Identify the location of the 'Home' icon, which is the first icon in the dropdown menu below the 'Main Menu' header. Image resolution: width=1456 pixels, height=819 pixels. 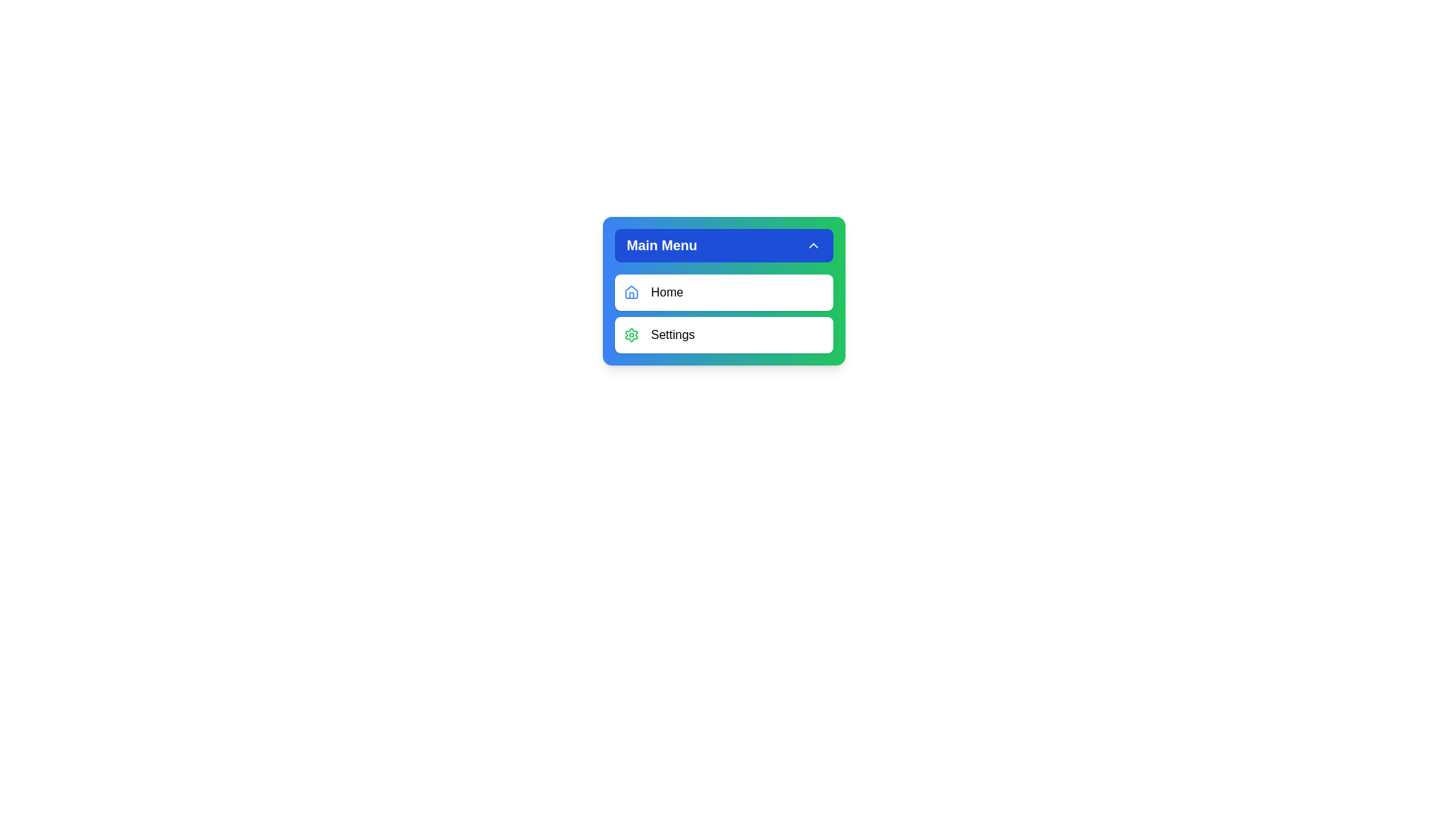
(631, 292).